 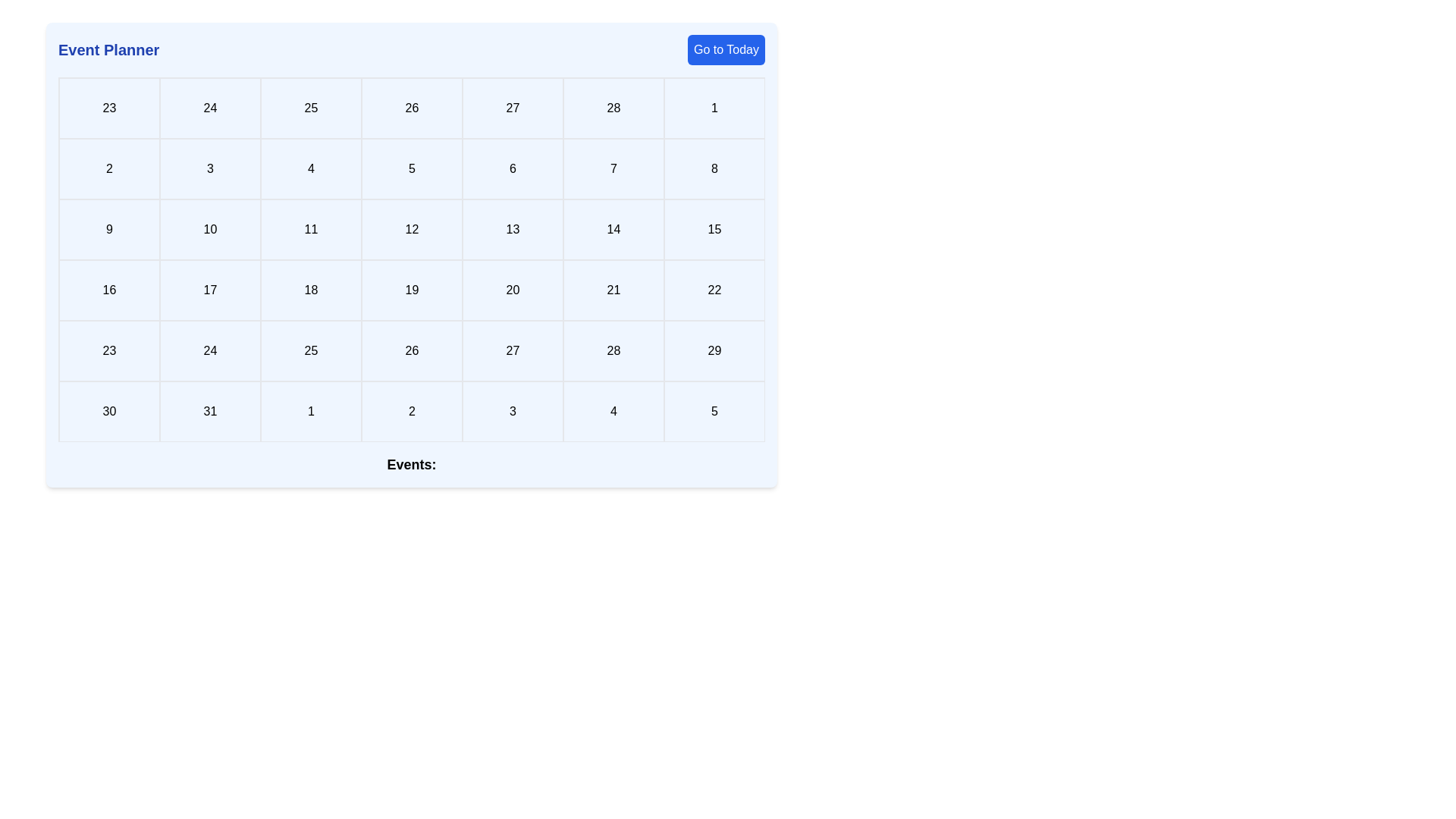 I want to click on the square-shaped button with a light blue background containing the text '2', so click(x=108, y=169).